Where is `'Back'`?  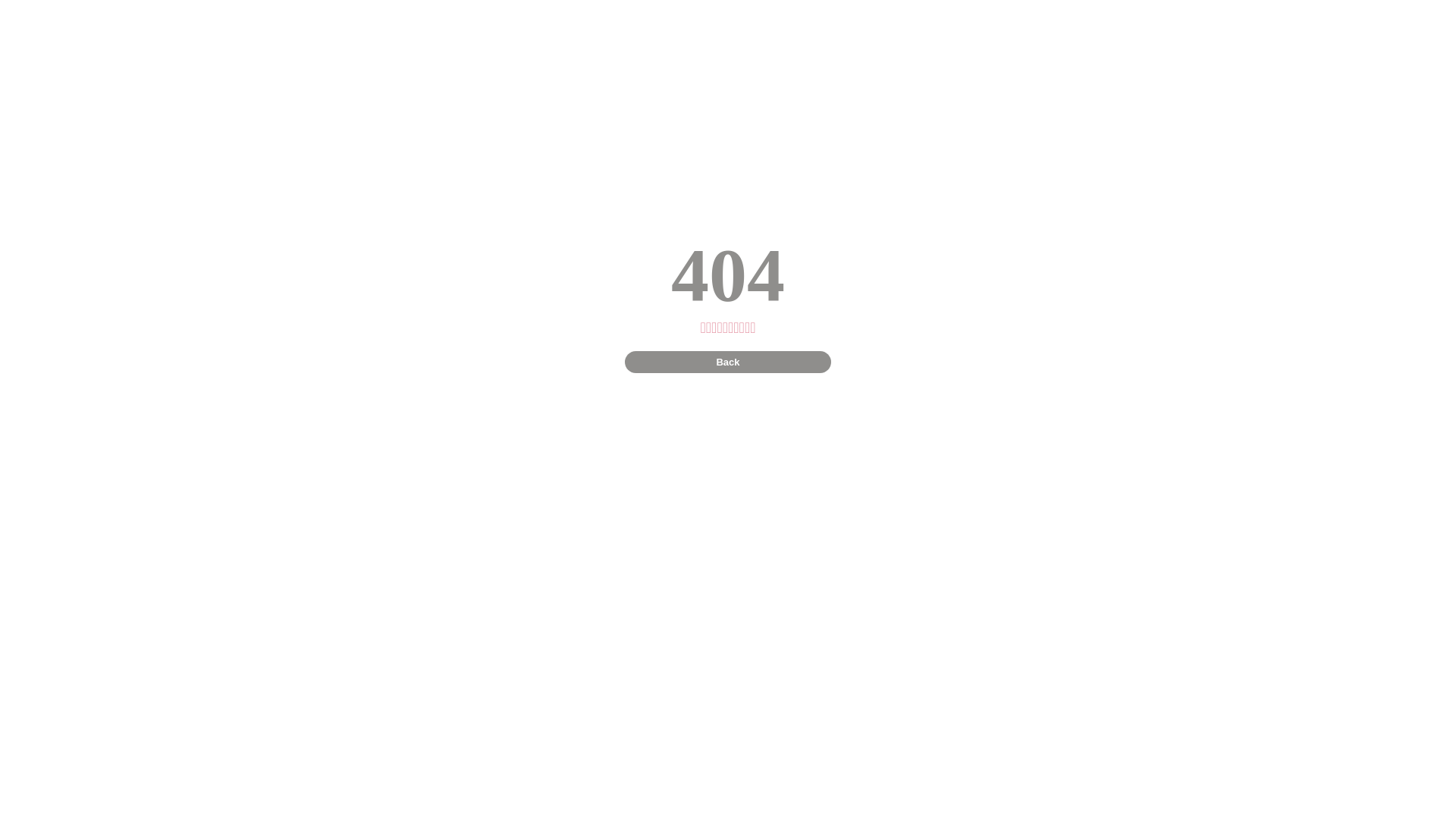 'Back' is located at coordinates (726, 362).